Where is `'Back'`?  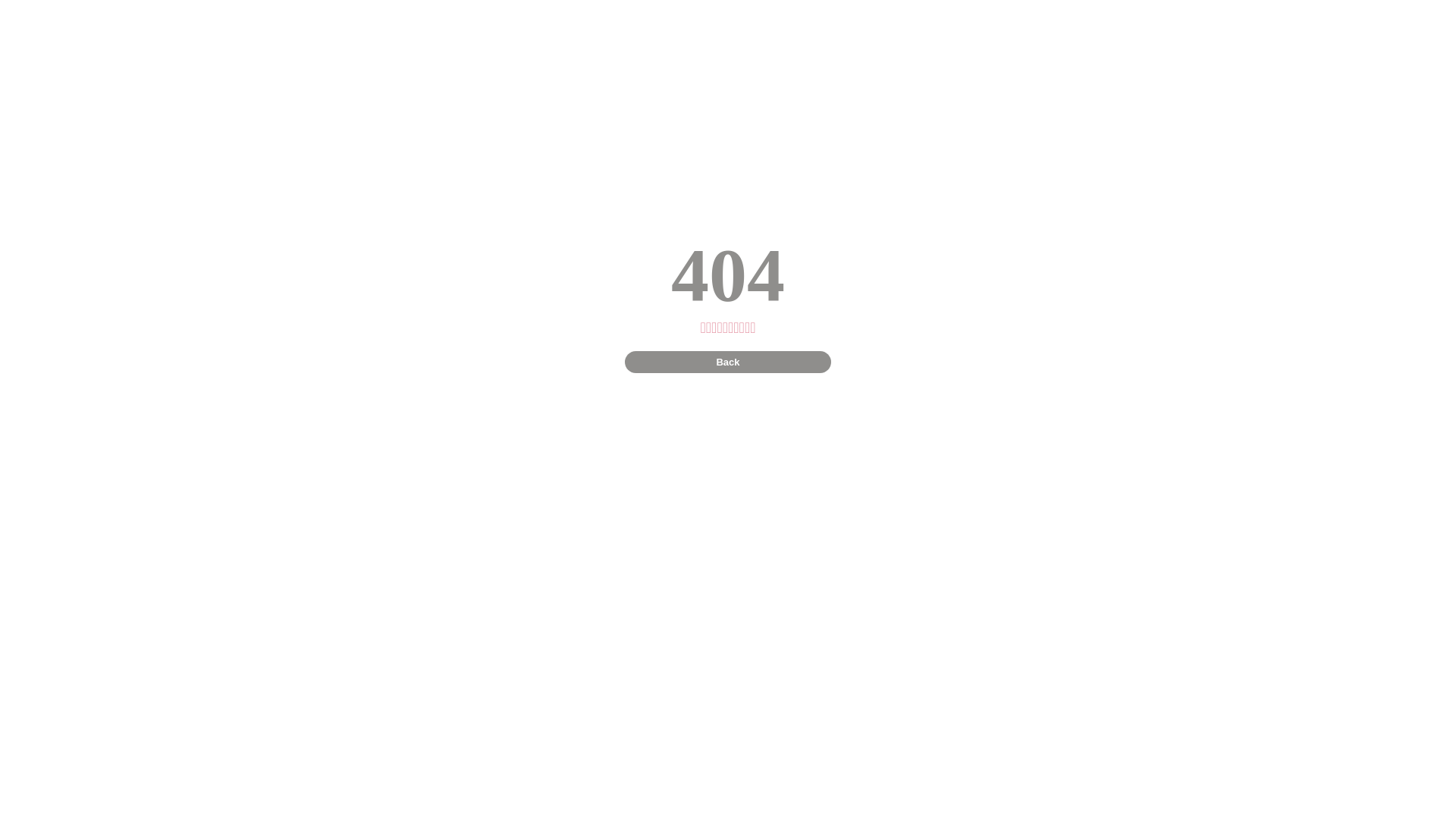 'Back' is located at coordinates (726, 362).